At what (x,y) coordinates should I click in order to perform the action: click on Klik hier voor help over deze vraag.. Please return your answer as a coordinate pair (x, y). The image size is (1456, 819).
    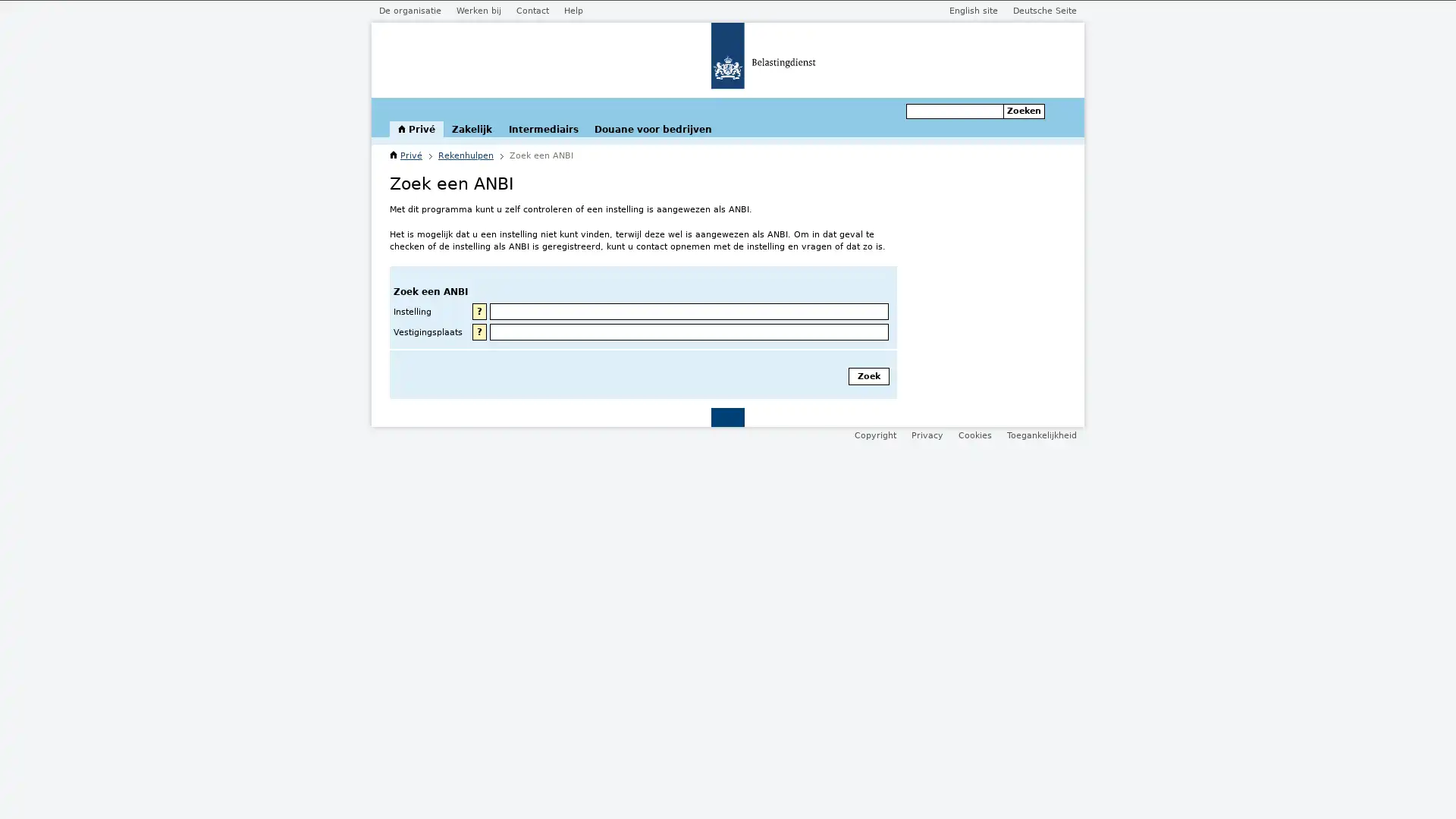
    Looking at the image, I should click on (479, 309).